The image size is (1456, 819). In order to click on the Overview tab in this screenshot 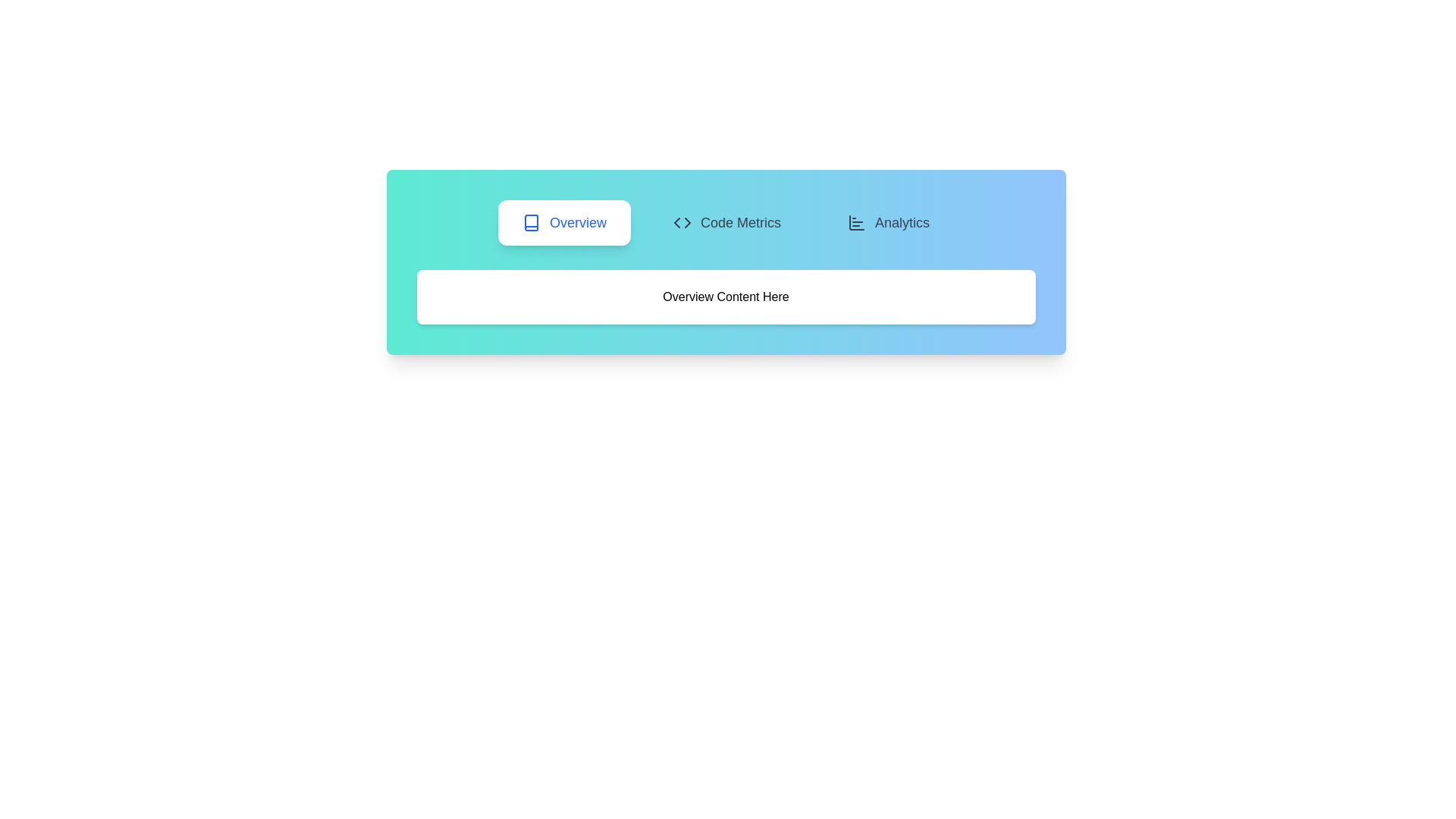, I will do `click(563, 222)`.